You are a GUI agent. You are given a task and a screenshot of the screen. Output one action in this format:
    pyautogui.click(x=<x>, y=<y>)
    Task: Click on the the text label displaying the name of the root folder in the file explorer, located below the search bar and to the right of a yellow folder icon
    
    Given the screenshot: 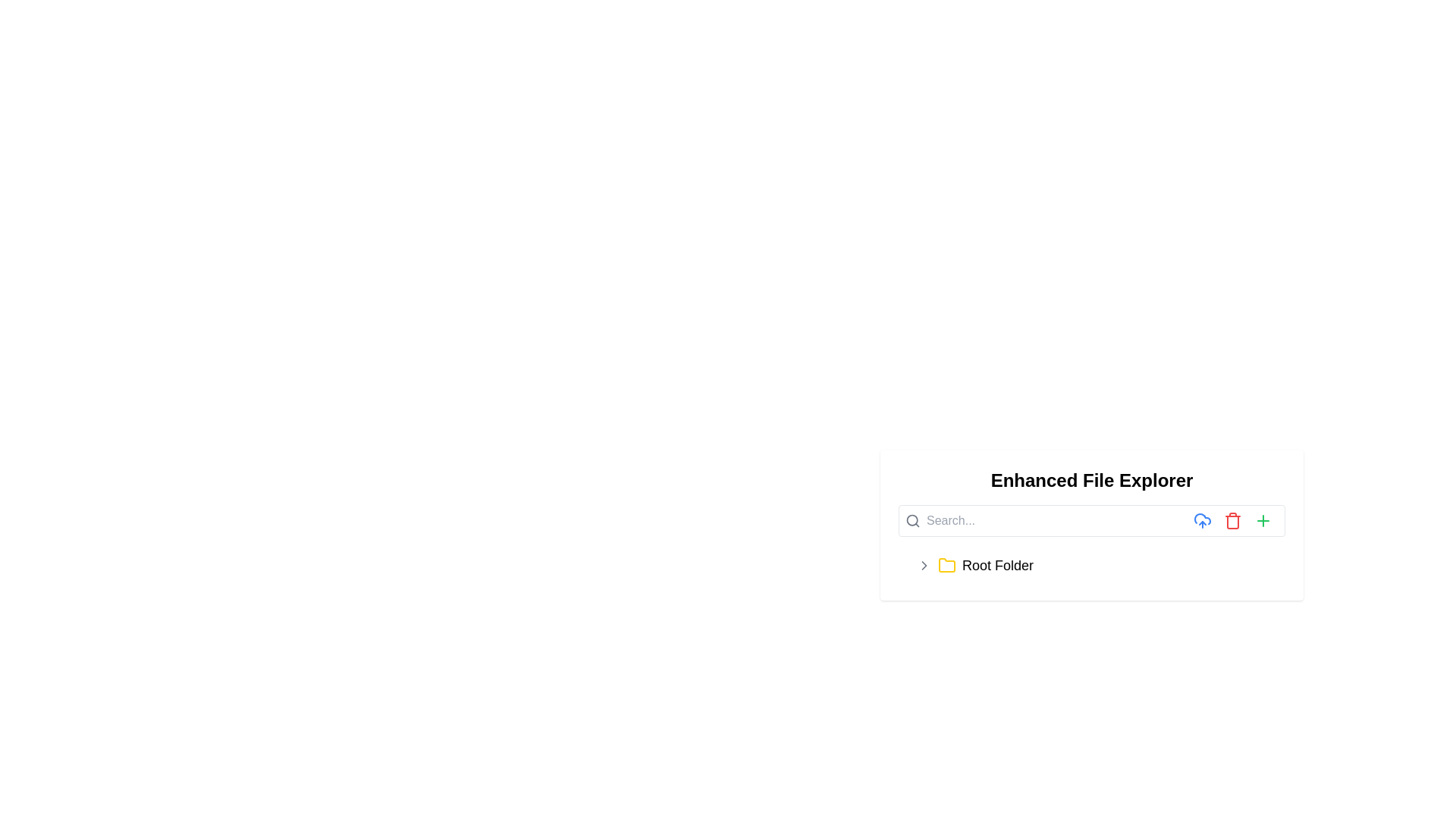 What is the action you would take?
    pyautogui.click(x=997, y=565)
    